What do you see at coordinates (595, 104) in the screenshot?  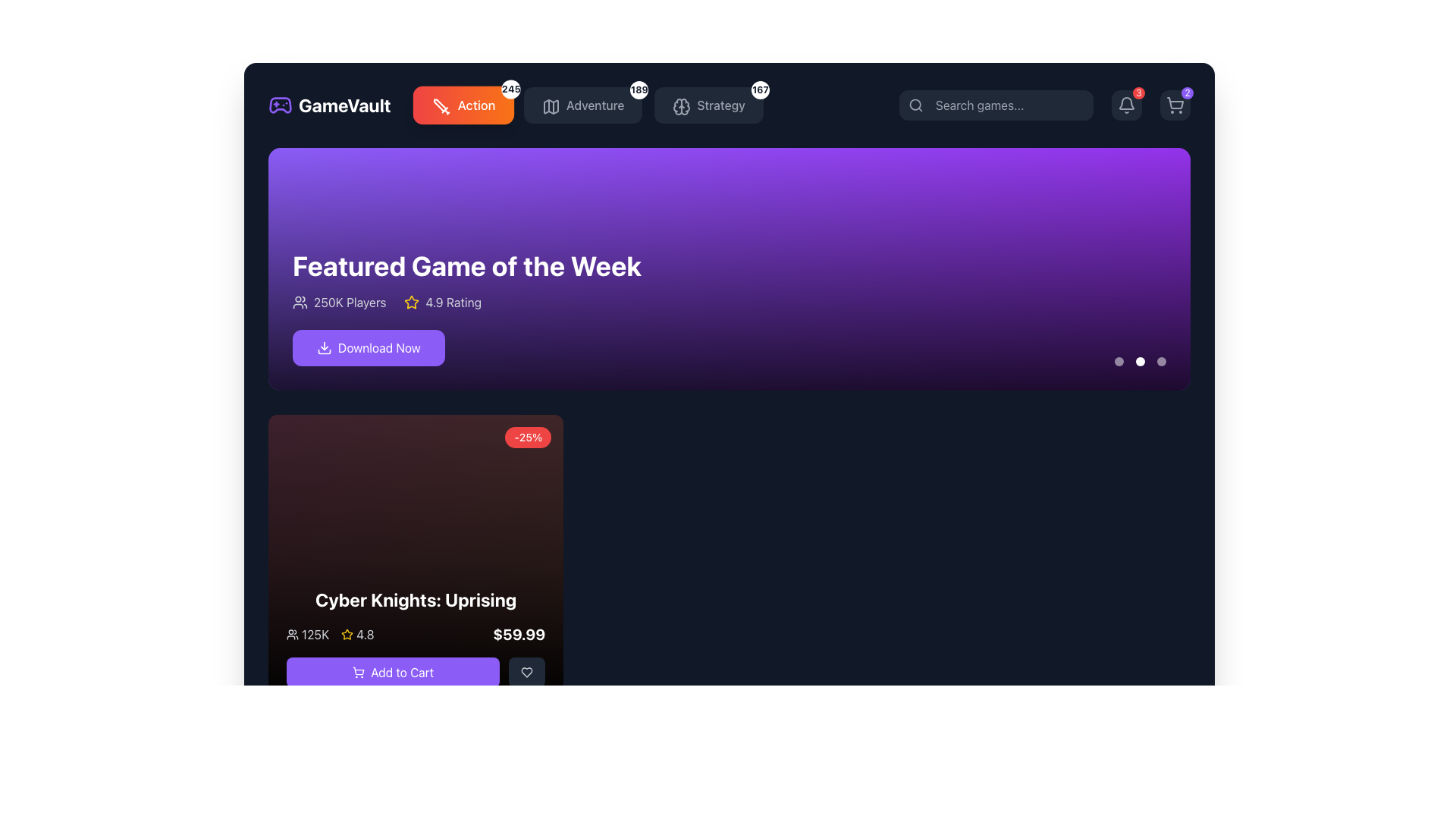 I see `the 'Adventure' Text Label located in the horizontal menu bar, positioned to the right of a map-like icon` at bounding box center [595, 104].